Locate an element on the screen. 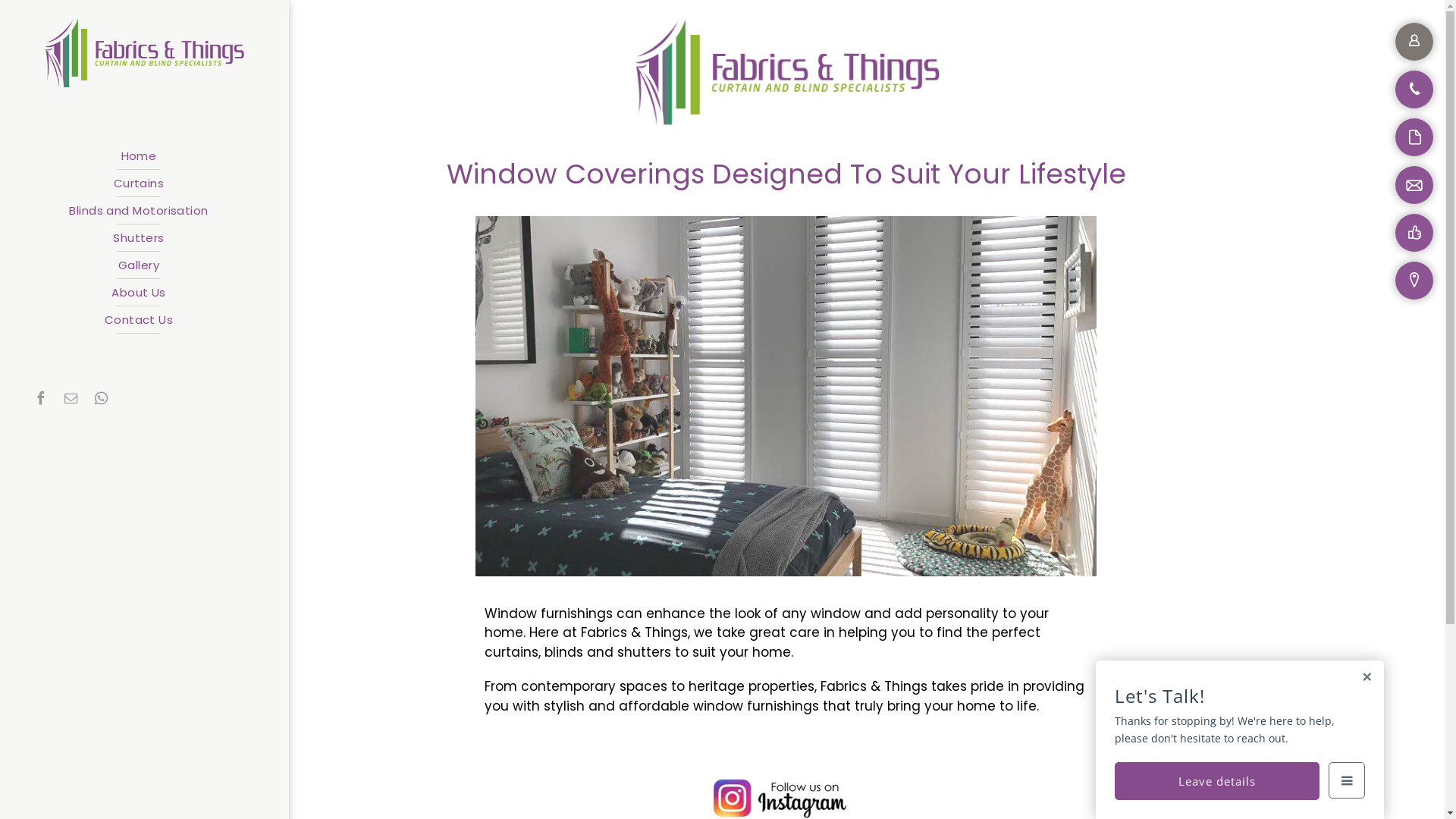 The image size is (1456, 819). 'About Us' is located at coordinates (138, 292).